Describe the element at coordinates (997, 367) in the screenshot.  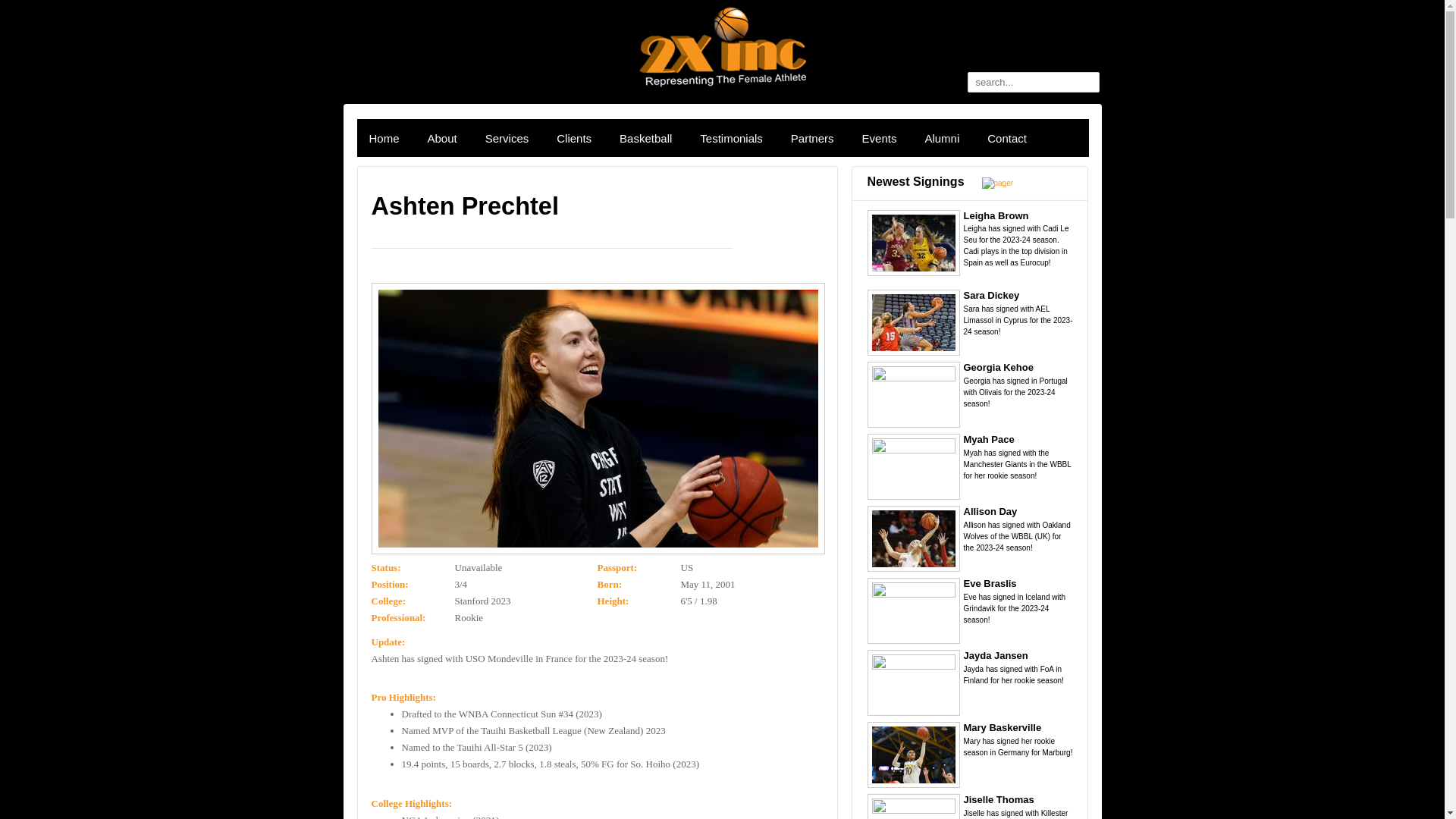
I see `'Georgia Kehoe'` at that location.